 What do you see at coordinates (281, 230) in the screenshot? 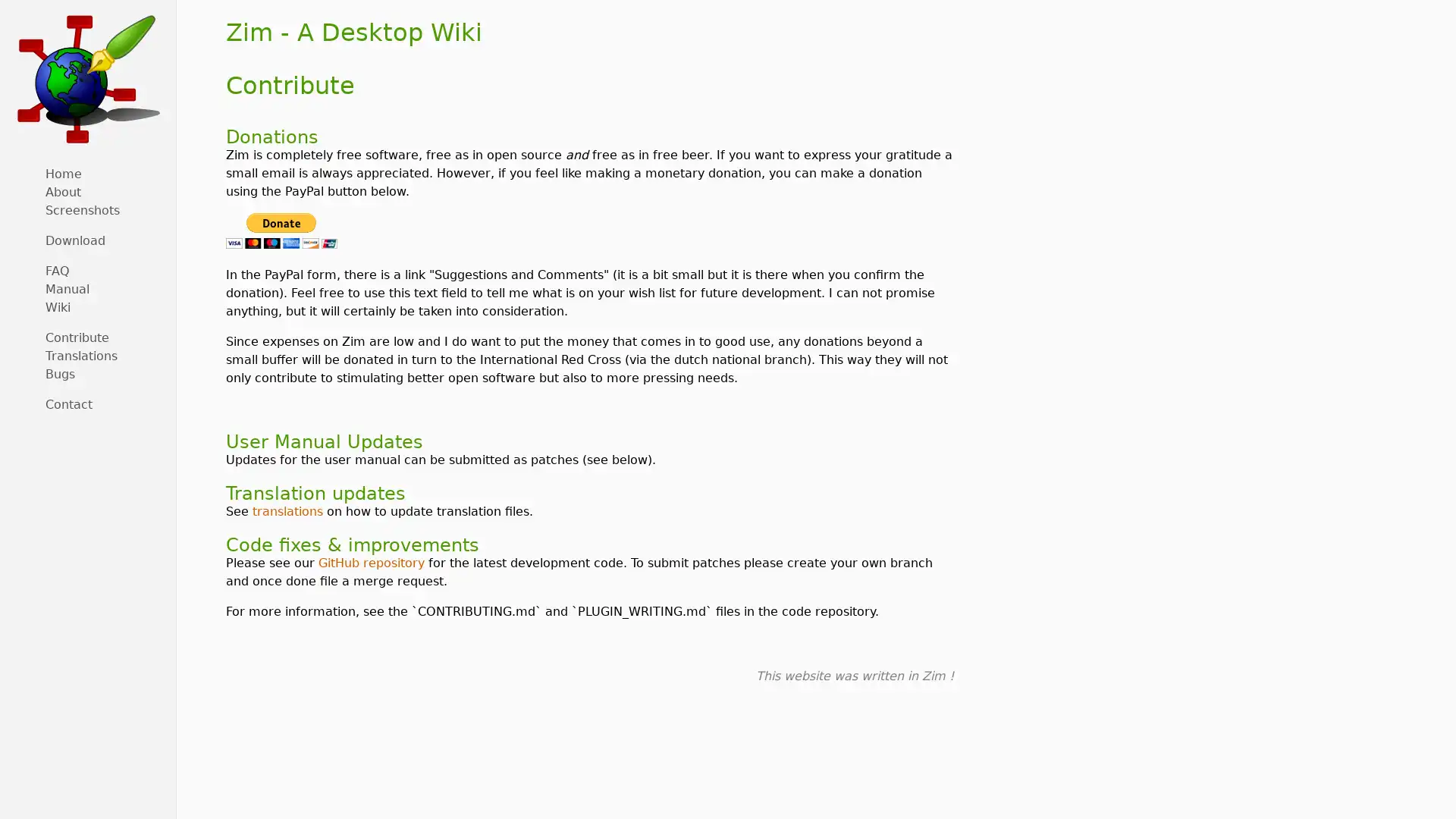
I see `PayPal - The safer, easier way to pay online!` at bounding box center [281, 230].